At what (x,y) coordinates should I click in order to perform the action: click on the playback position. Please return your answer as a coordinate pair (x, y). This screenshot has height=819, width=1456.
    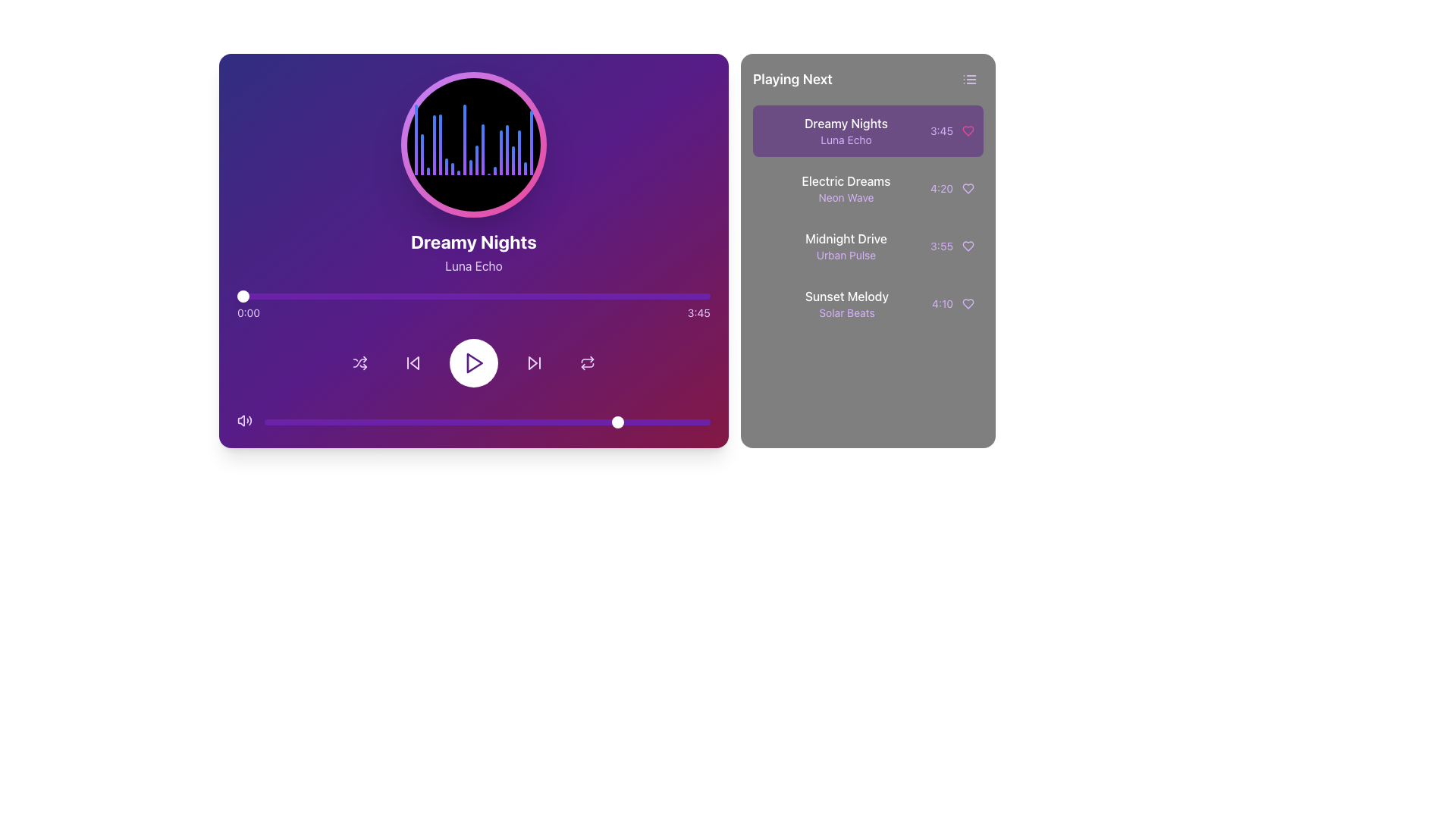
    Looking at the image, I should click on (366, 296).